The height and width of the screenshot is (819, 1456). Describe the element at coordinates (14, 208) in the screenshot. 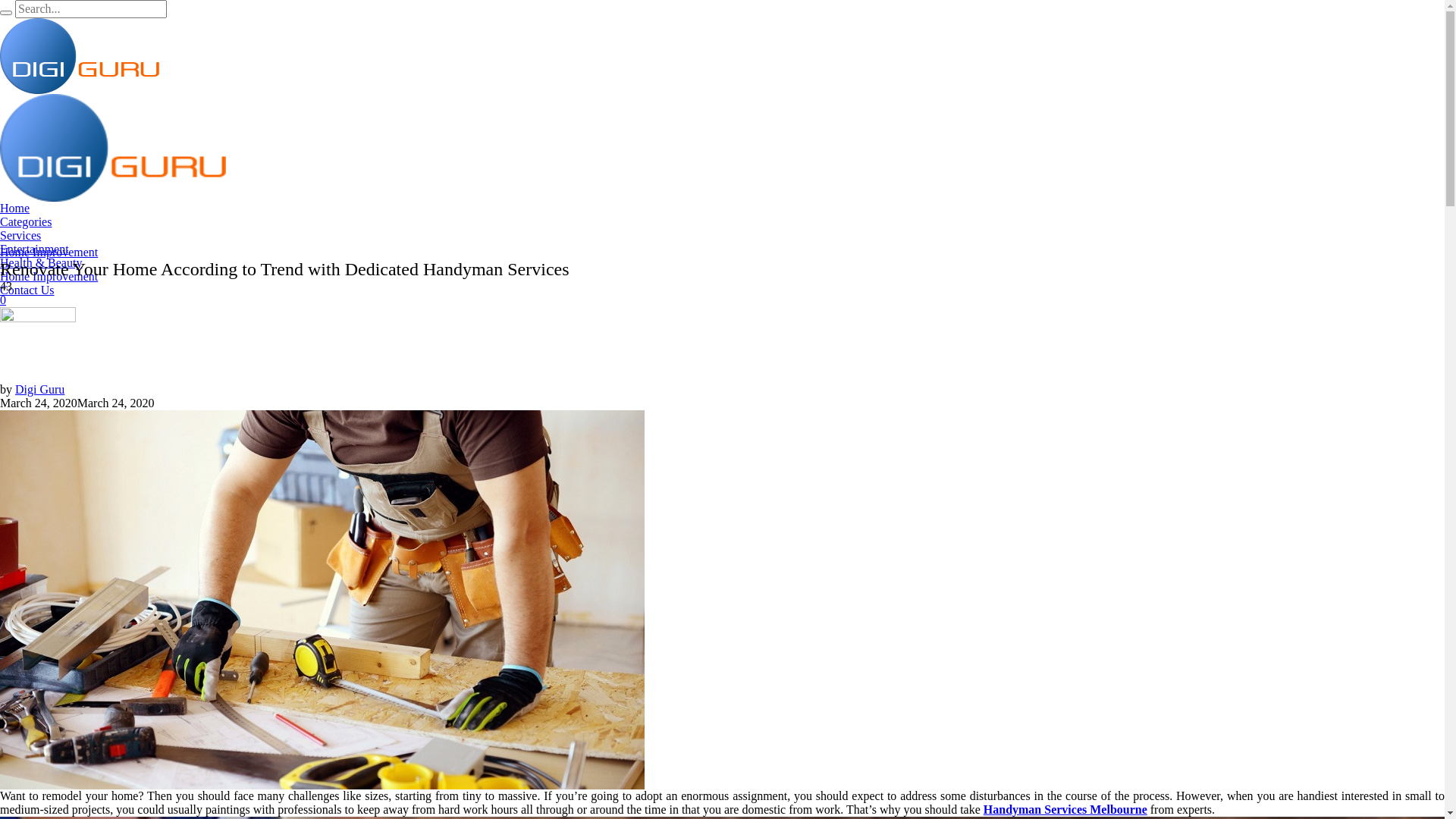

I see `'Home'` at that location.